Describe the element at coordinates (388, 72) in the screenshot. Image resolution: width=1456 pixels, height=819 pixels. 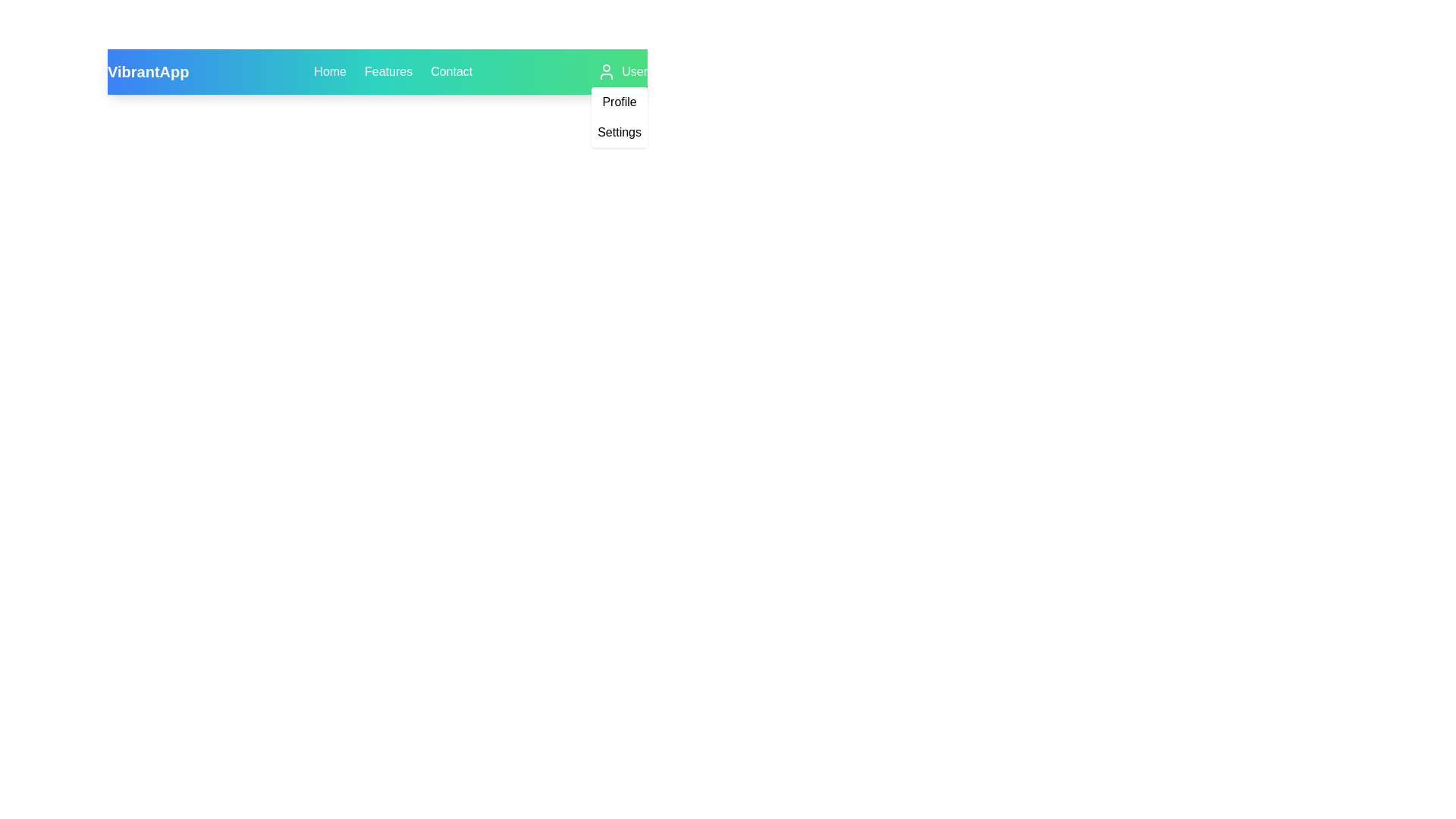
I see `the Features to observe its hover effect` at that location.